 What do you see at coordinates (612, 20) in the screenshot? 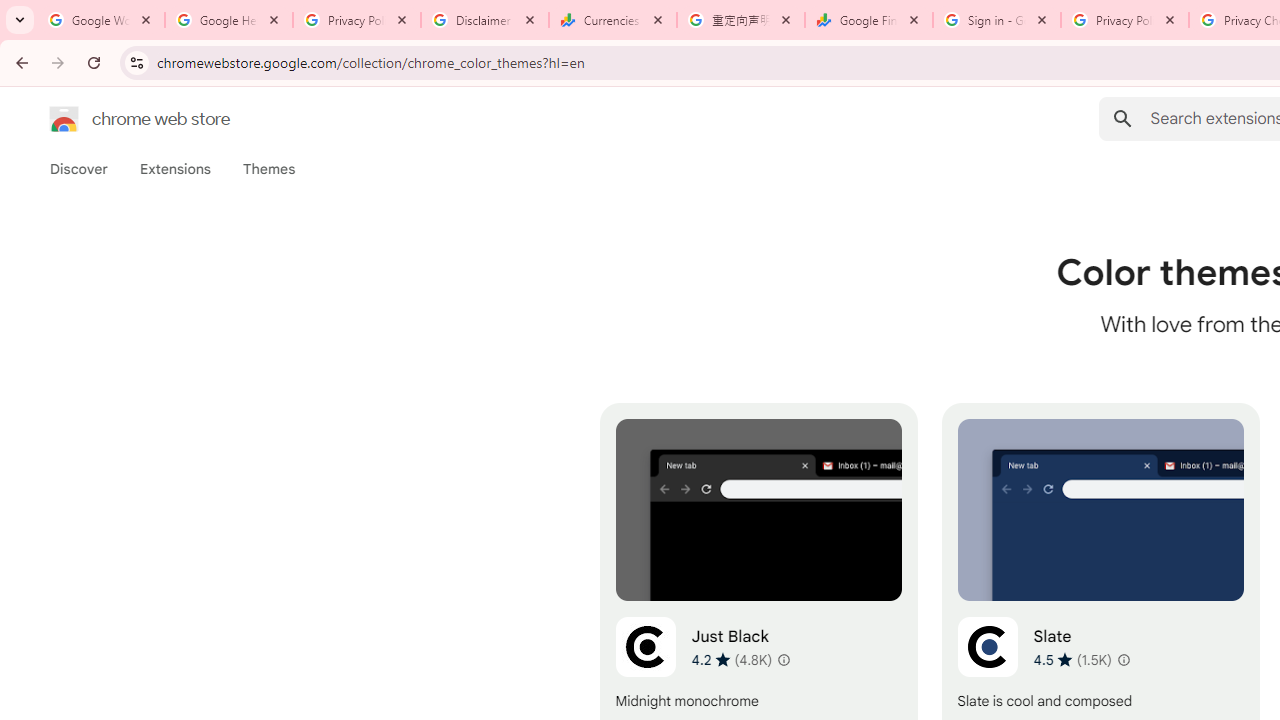
I see `'Currencies - Google Finance'` at bounding box center [612, 20].